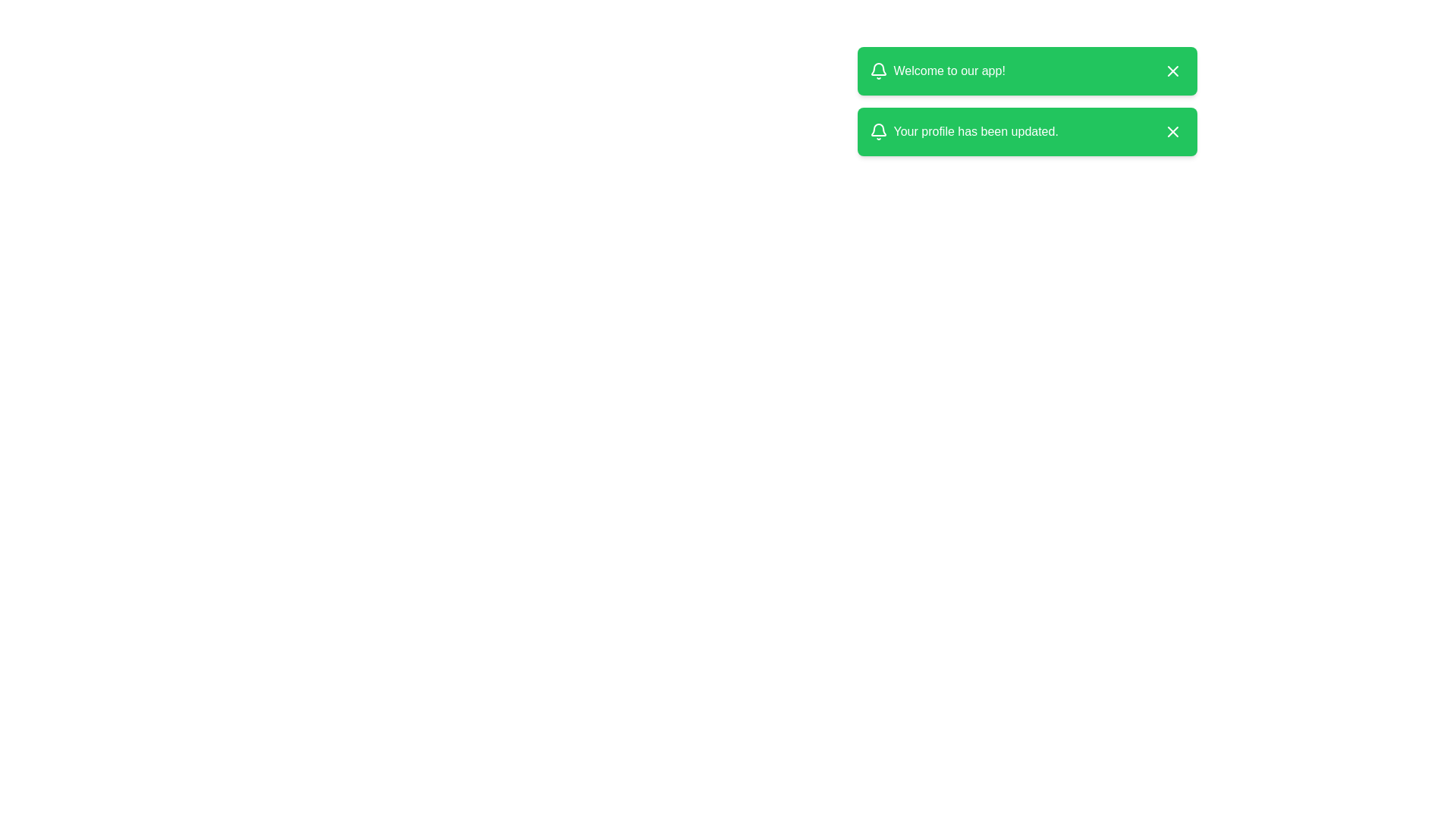  What do you see at coordinates (1172, 71) in the screenshot?
I see `the small circular icon with a white 'X' on a green background located in the top-right corner of the notification bar that reads 'Welcome to our app!'` at bounding box center [1172, 71].